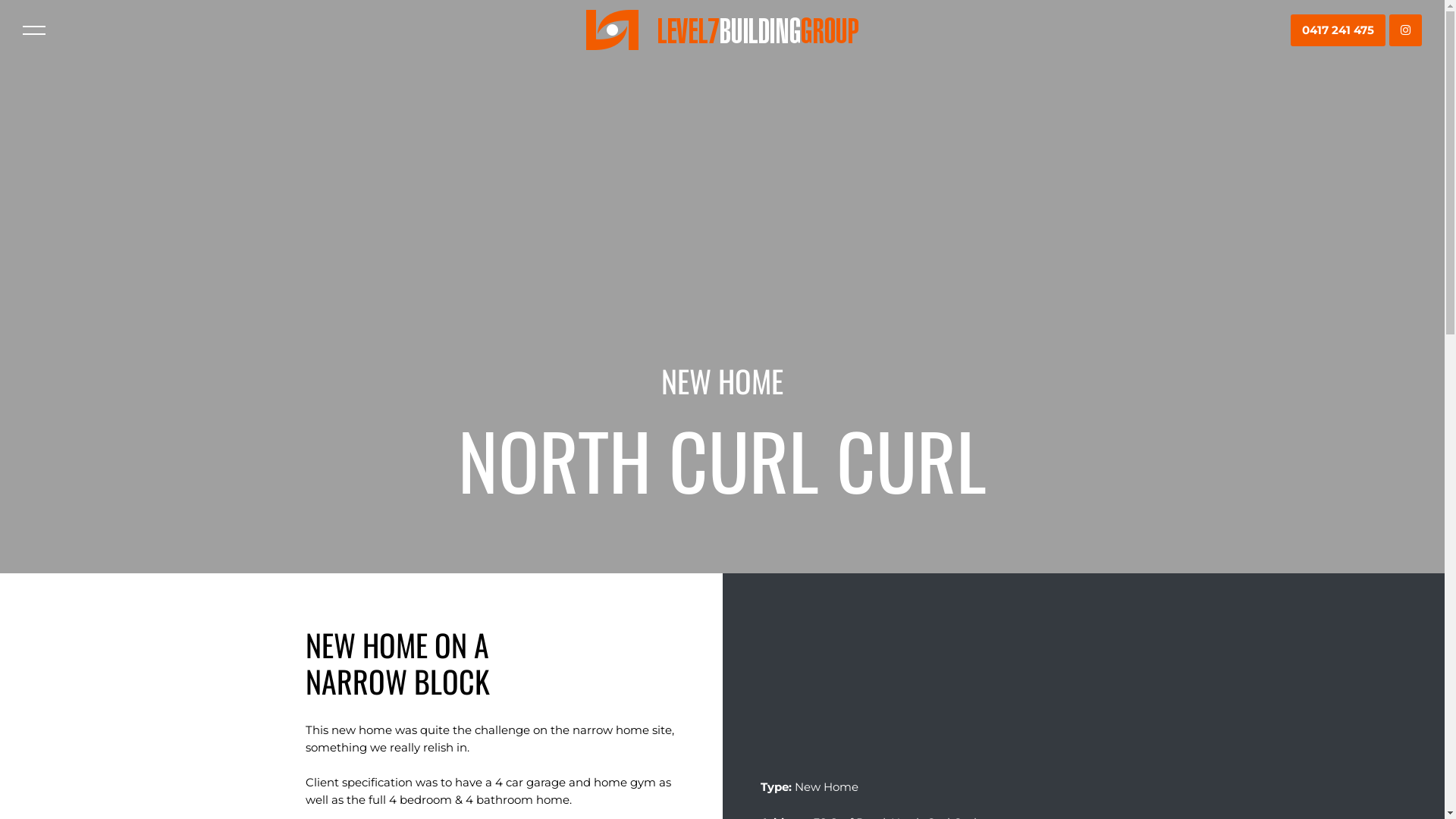 The height and width of the screenshot is (819, 1456). Describe the element at coordinates (1404, 30) in the screenshot. I see `'Level 7 Building Group Narrabeen on Instagram'` at that location.